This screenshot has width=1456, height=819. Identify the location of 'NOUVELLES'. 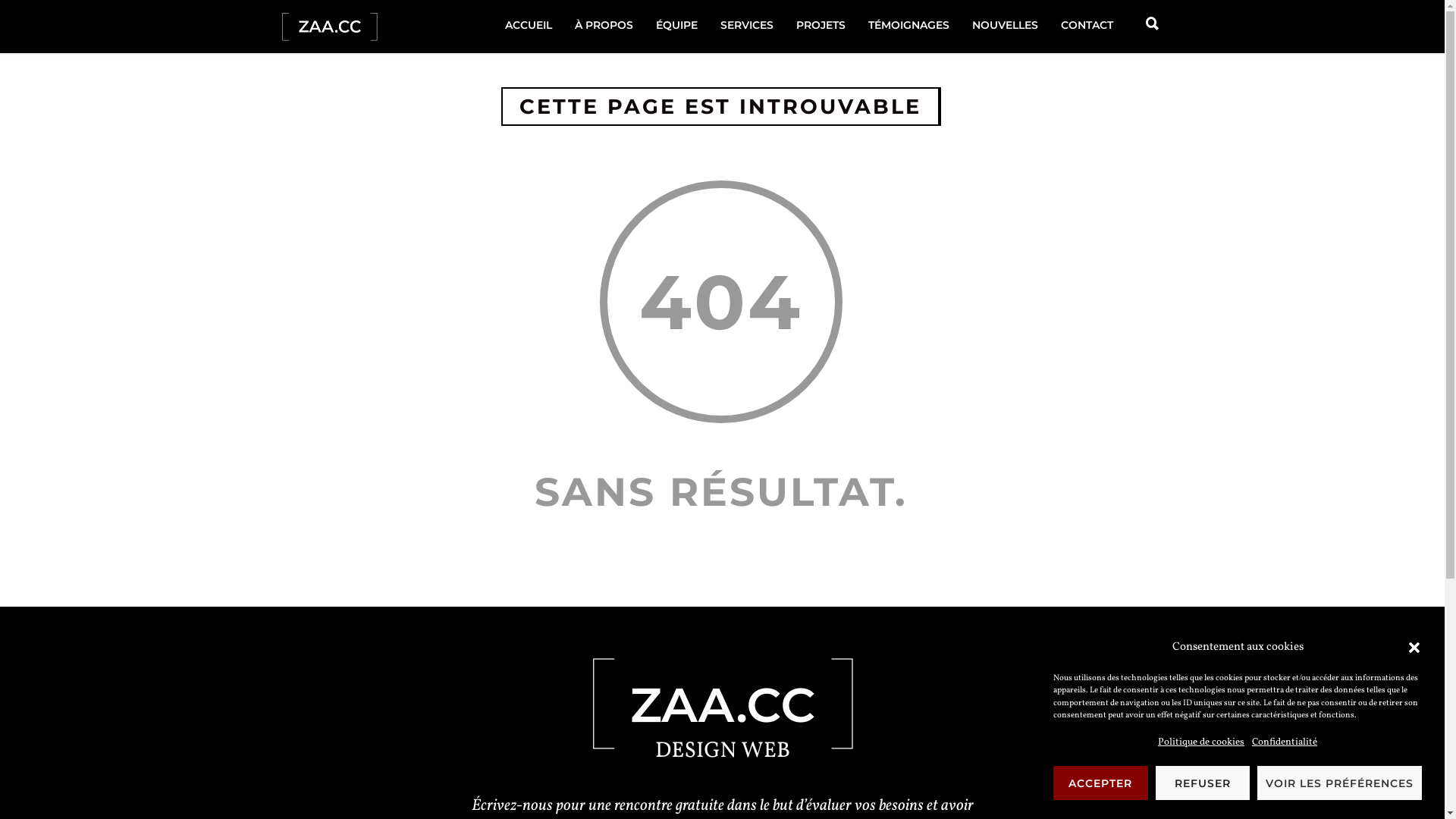
(959, 25).